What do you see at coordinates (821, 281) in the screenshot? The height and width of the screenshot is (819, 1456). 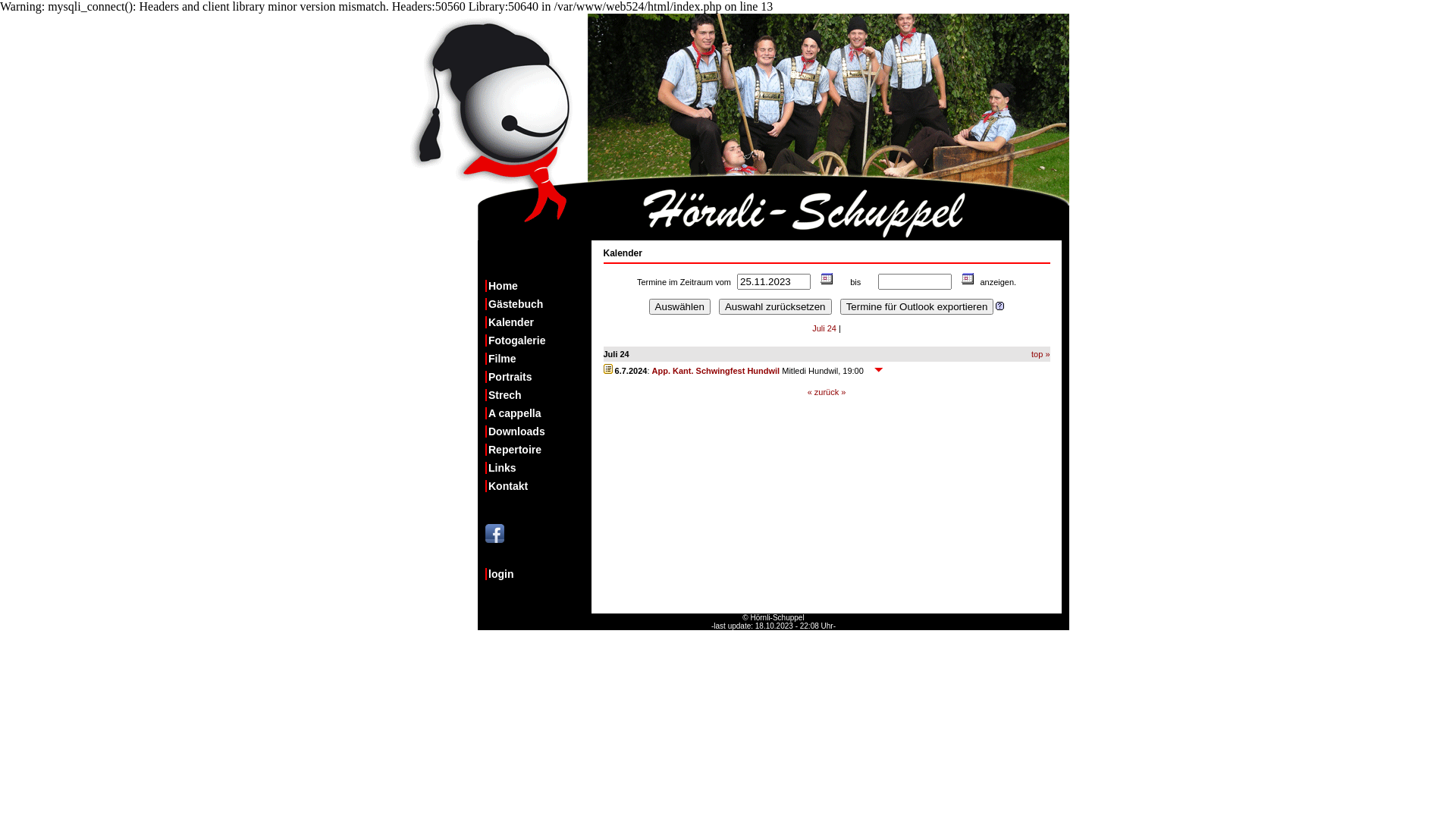 I see `'Kalender'` at bounding box center [821, 281].